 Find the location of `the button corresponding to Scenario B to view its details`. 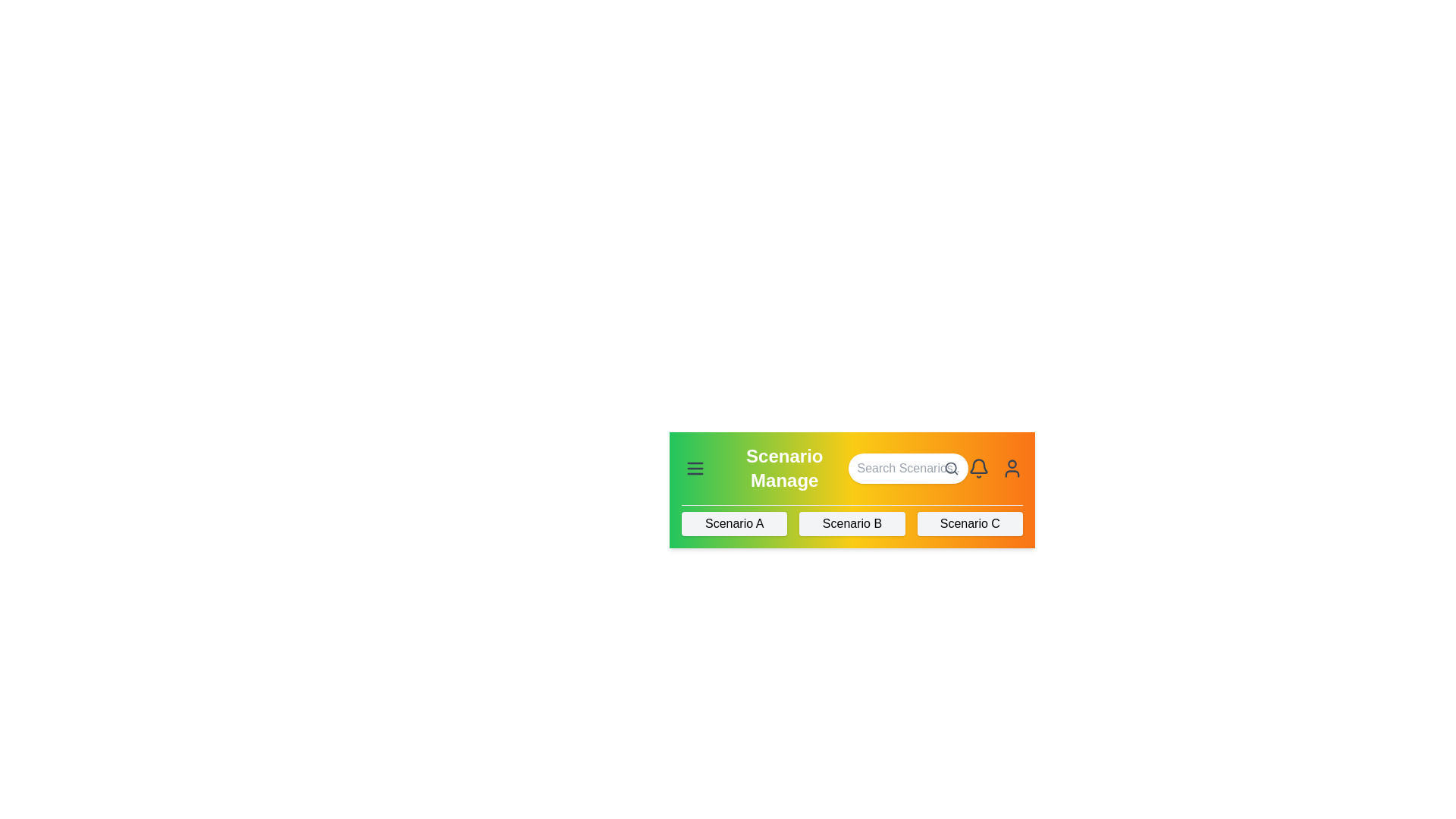

the button corresponding to Scenario B to view its details is located at coordinates (852, 522).